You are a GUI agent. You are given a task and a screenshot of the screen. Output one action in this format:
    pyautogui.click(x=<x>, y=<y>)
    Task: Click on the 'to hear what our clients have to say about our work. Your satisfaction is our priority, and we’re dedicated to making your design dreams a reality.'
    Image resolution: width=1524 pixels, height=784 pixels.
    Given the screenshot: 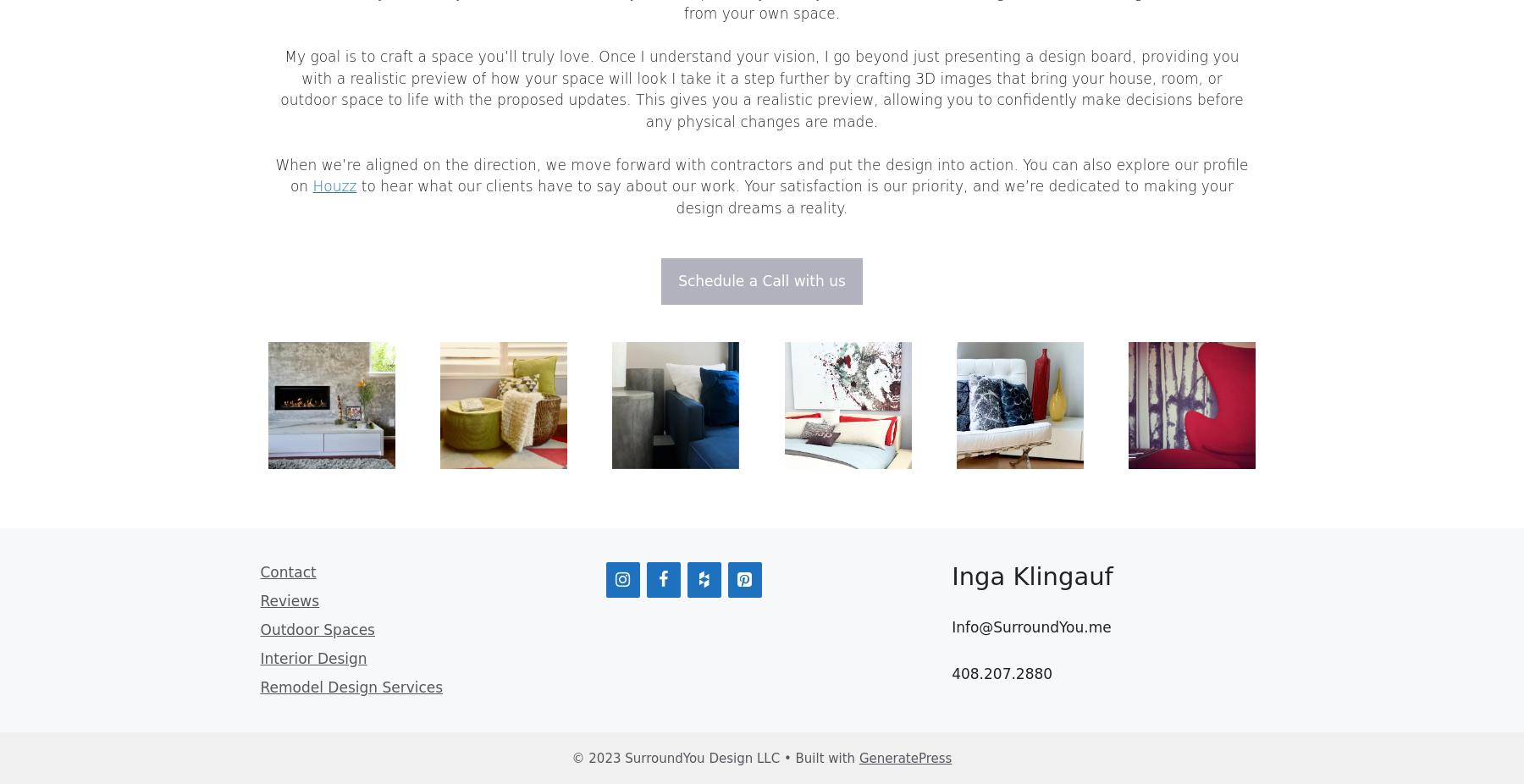 What is the action you would take?
    pyautogui.click(x=356, y=196)
    